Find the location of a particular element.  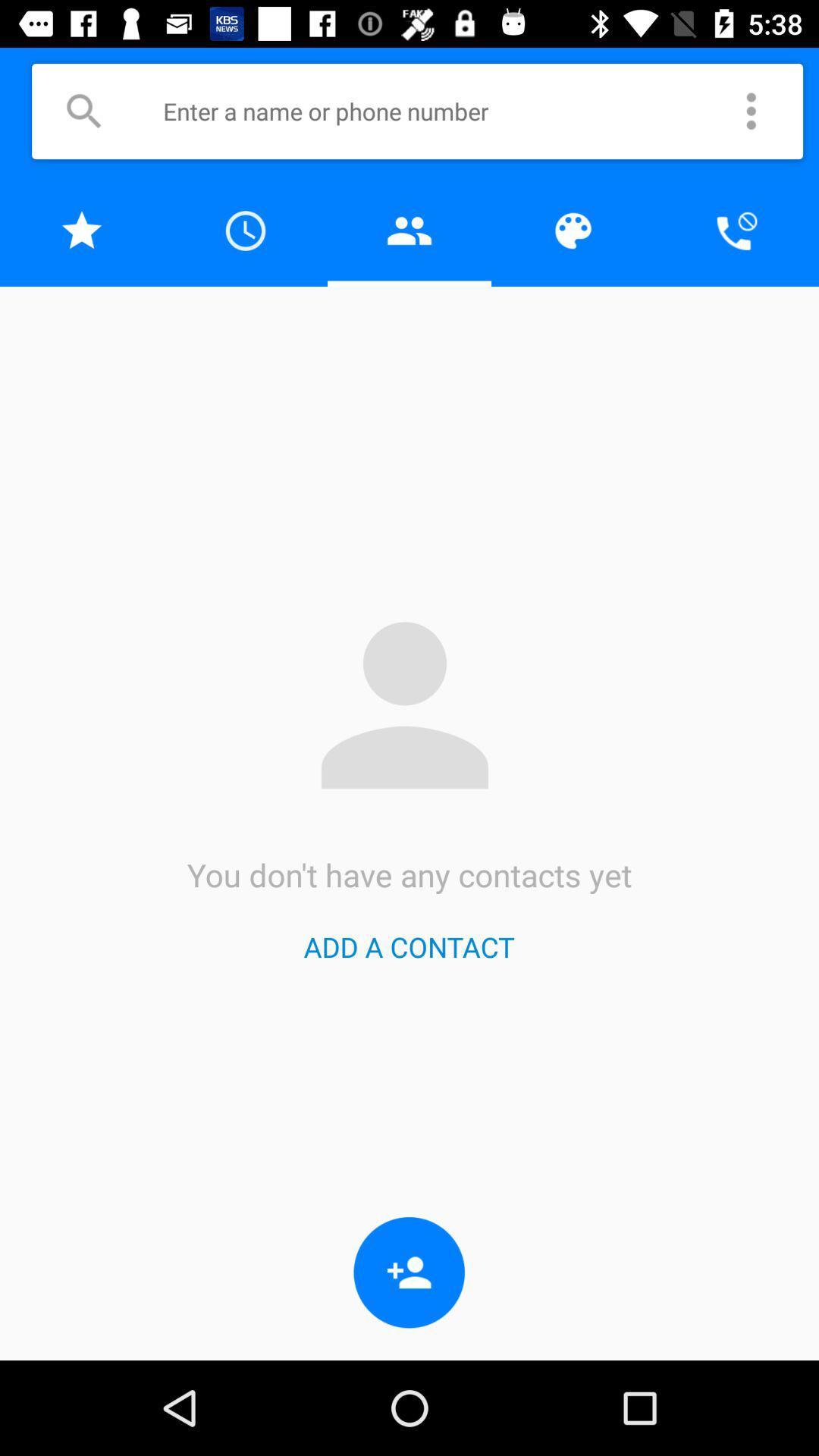

clock is located at coordinates (245, 230).